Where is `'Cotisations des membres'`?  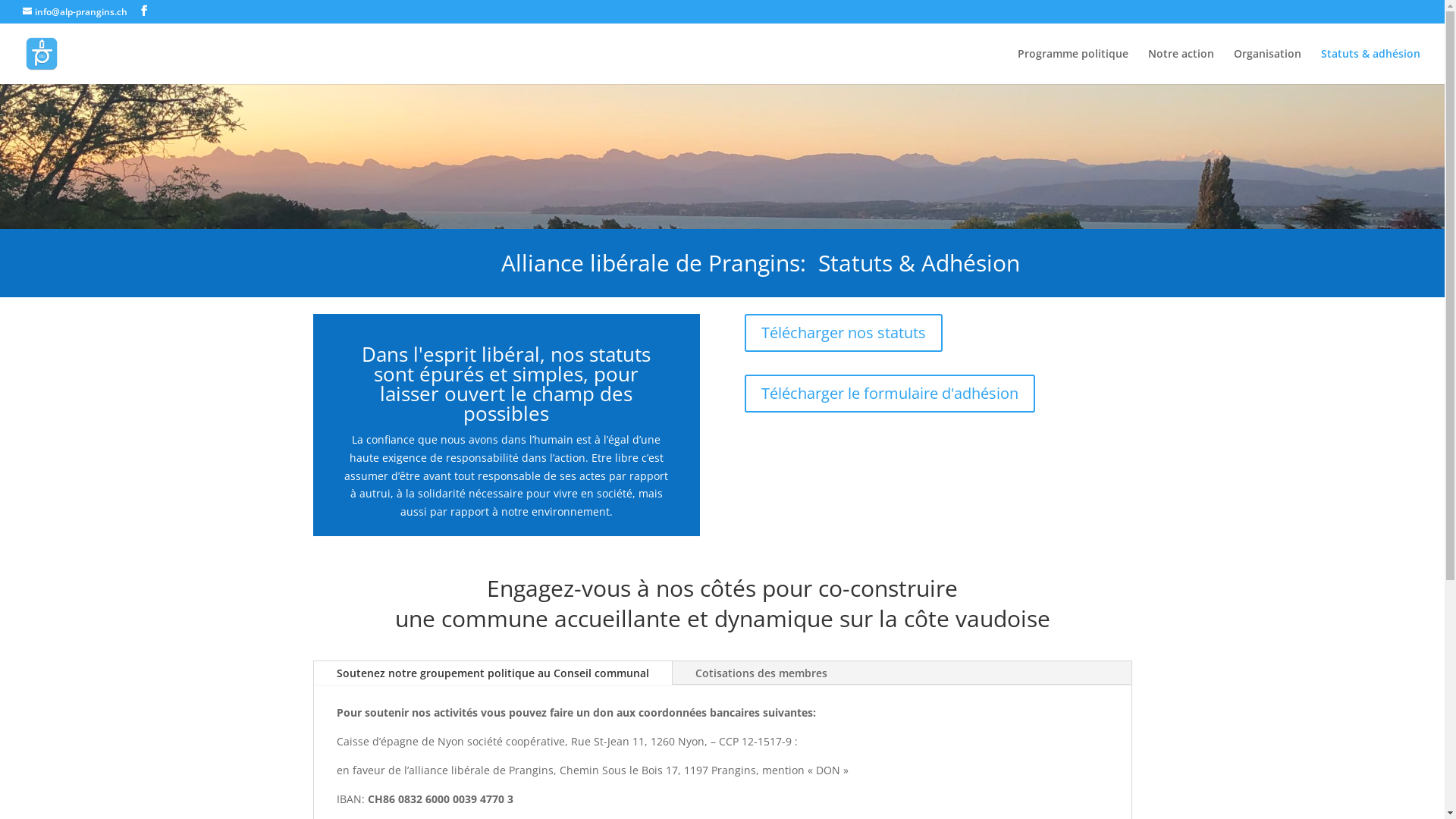
'Cotisations des membres' is located at coordinates (761, 672).